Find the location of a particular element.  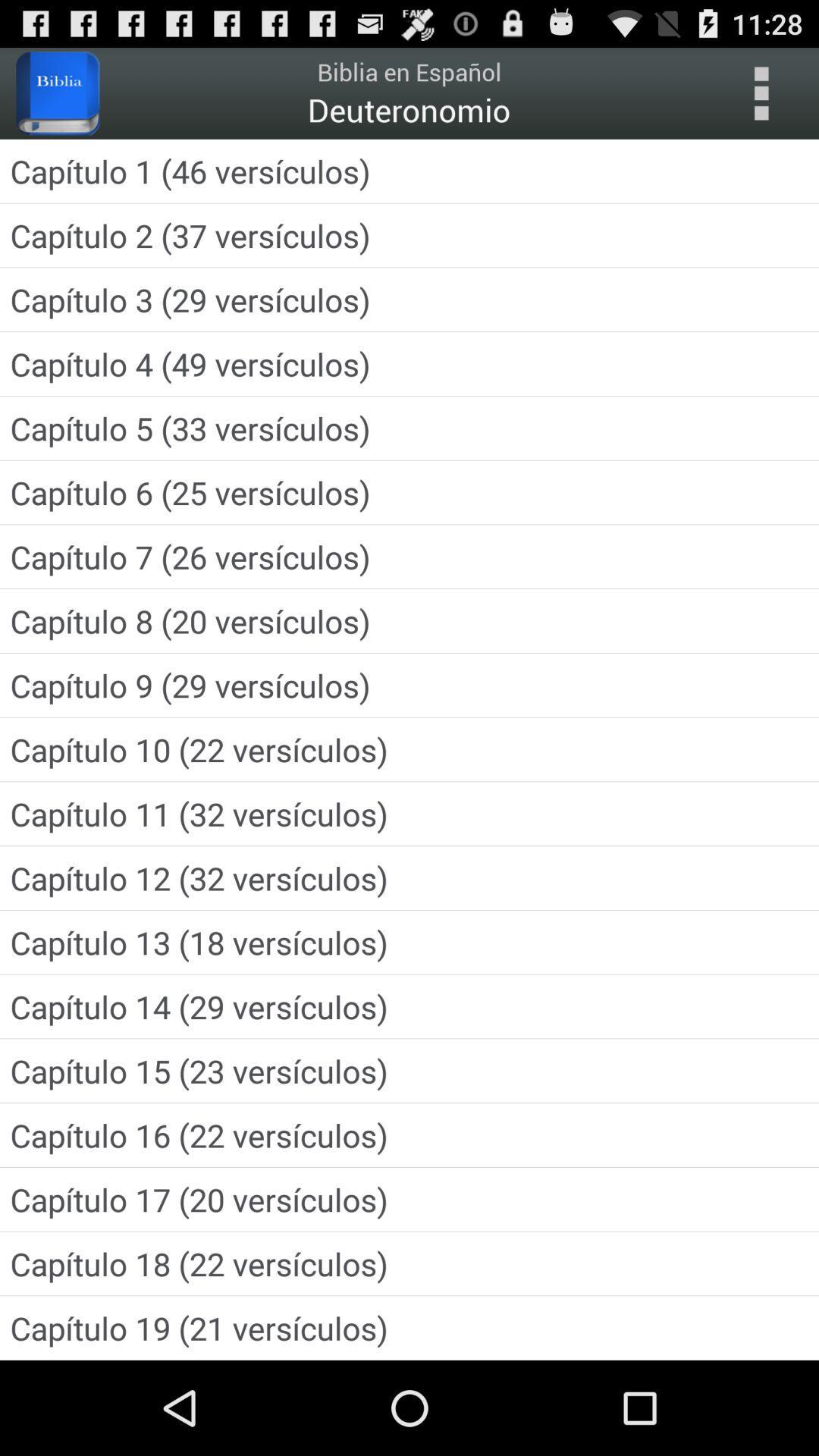

the more icon is located at coordinates (761, 99).